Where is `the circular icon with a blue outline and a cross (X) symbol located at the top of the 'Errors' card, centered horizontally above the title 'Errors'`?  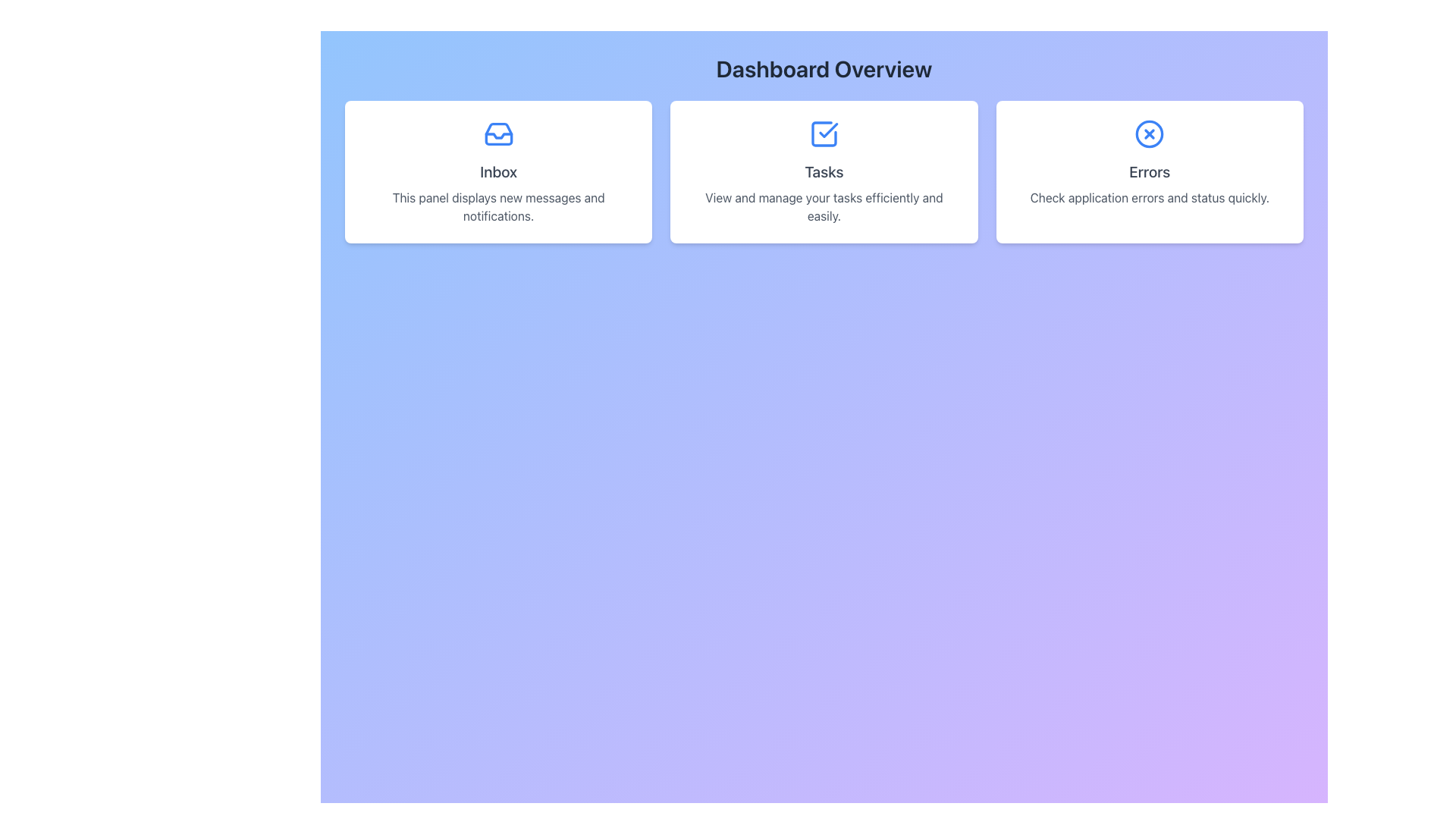 the circular icon with a blue outline and a cross (X) symbol located at the top of the 'Errors' card, centered horizontally above the title 'Errors' is located at coordinates (1150, 133).